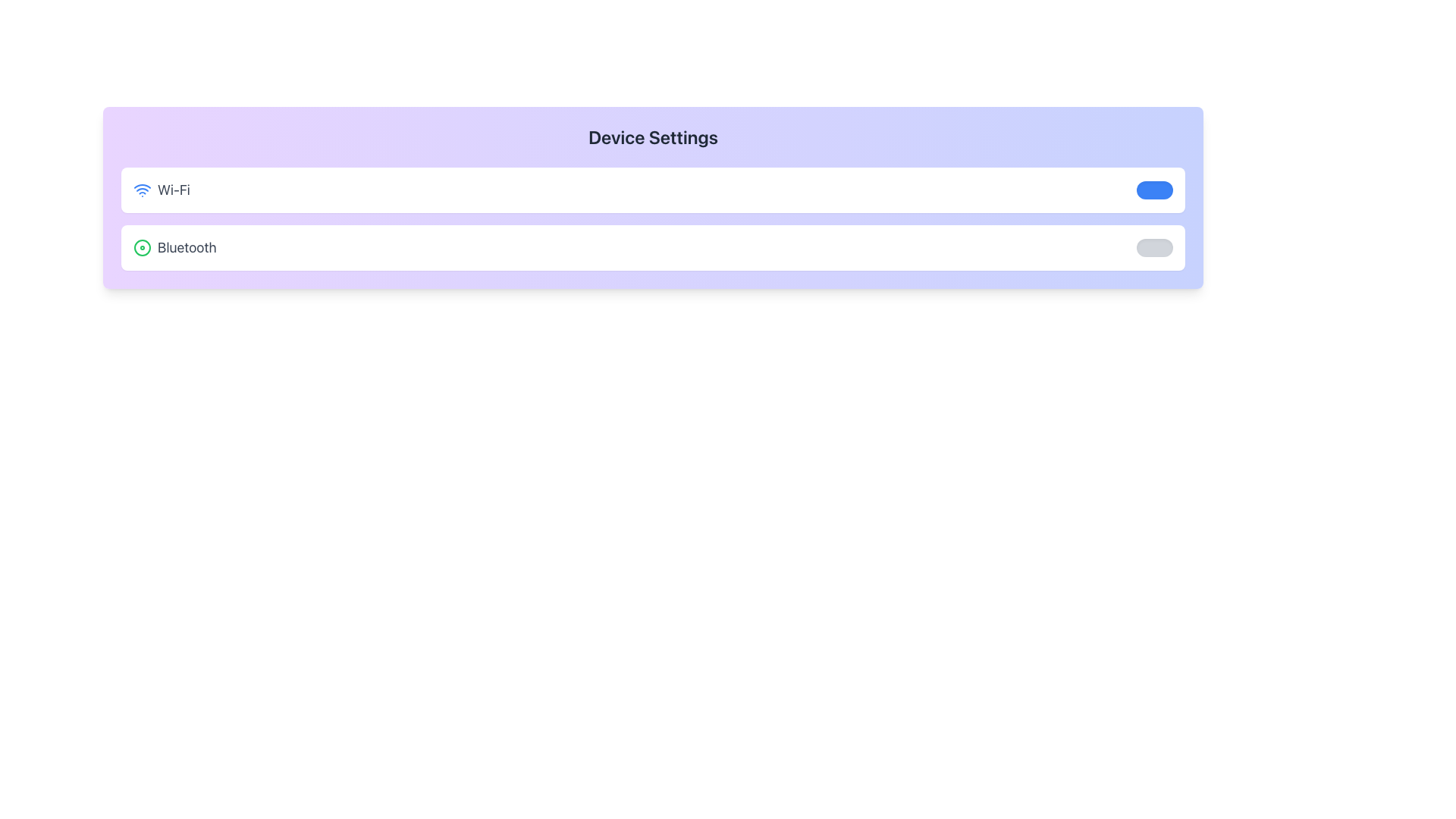  I want to click on the UI label with a green circular icon and the text 'Bluetooth', which is located below the 'Wi-Fi' label and adjacent to a toggle switch, so click(174, 247).